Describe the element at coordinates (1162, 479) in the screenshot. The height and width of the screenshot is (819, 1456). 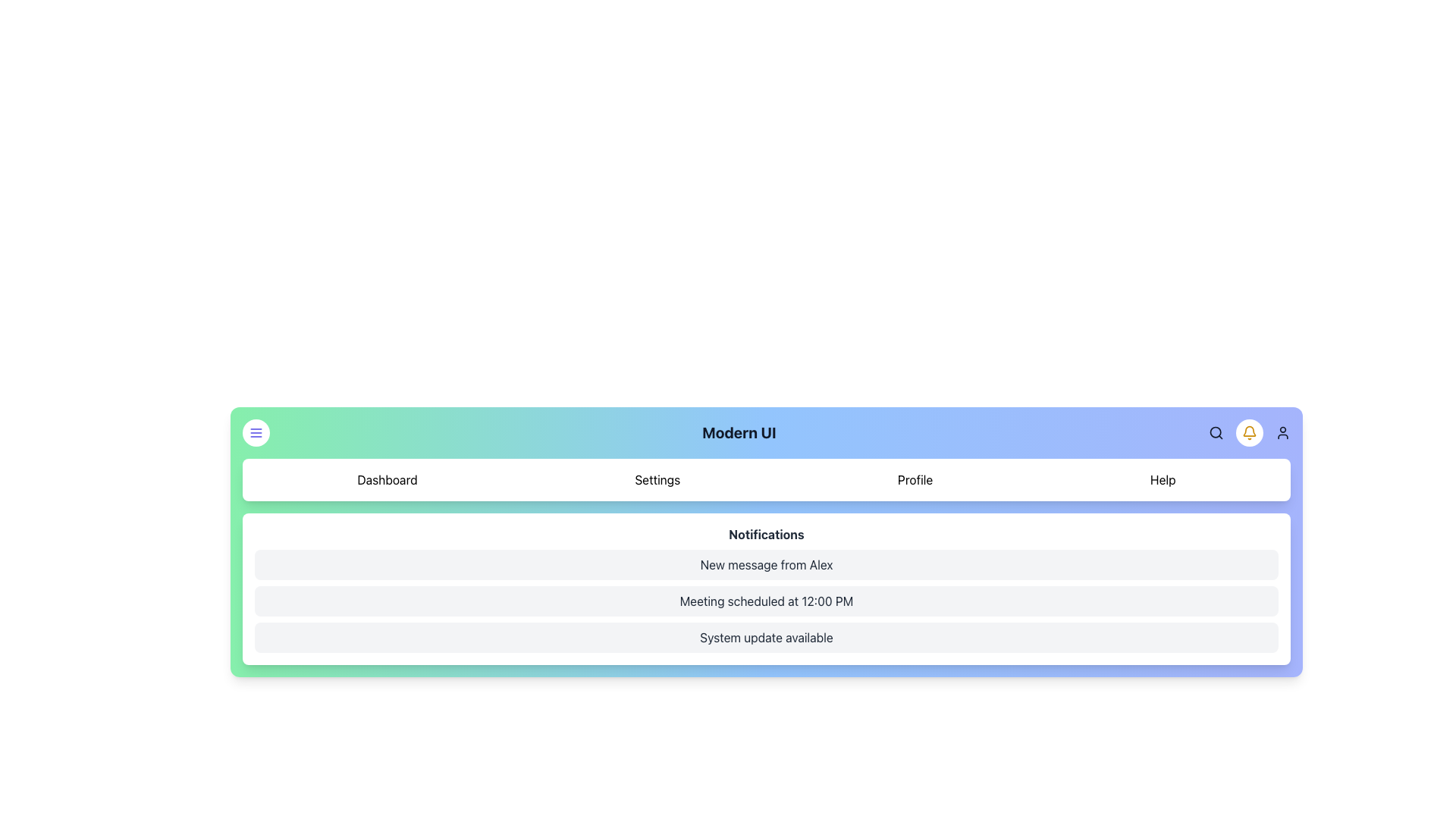
I see `the 'Help' text-based navigation link in the horizontal navigation bar` at that location.